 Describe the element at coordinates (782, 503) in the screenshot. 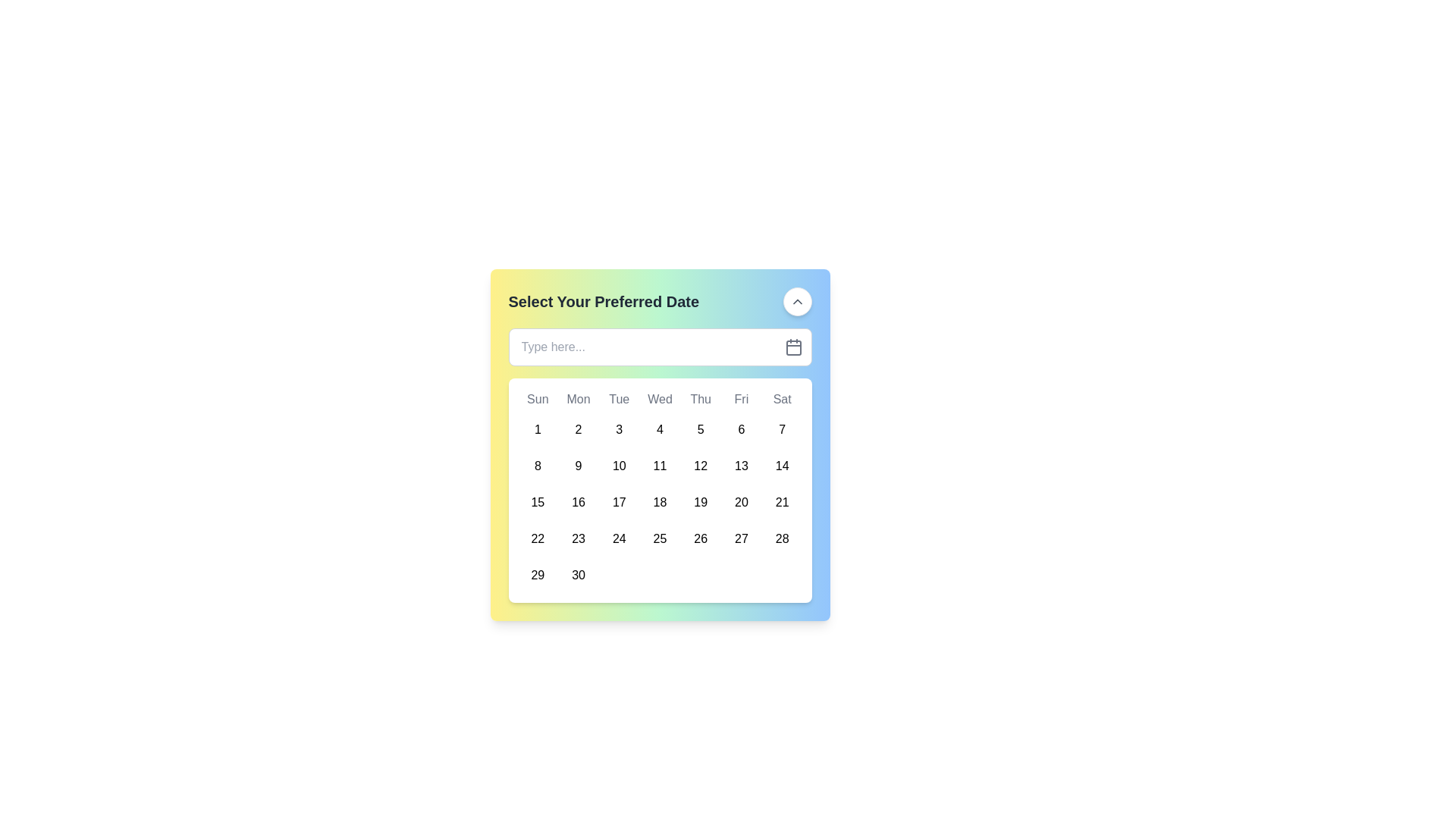

I see `the button for the date '21'` at that location.